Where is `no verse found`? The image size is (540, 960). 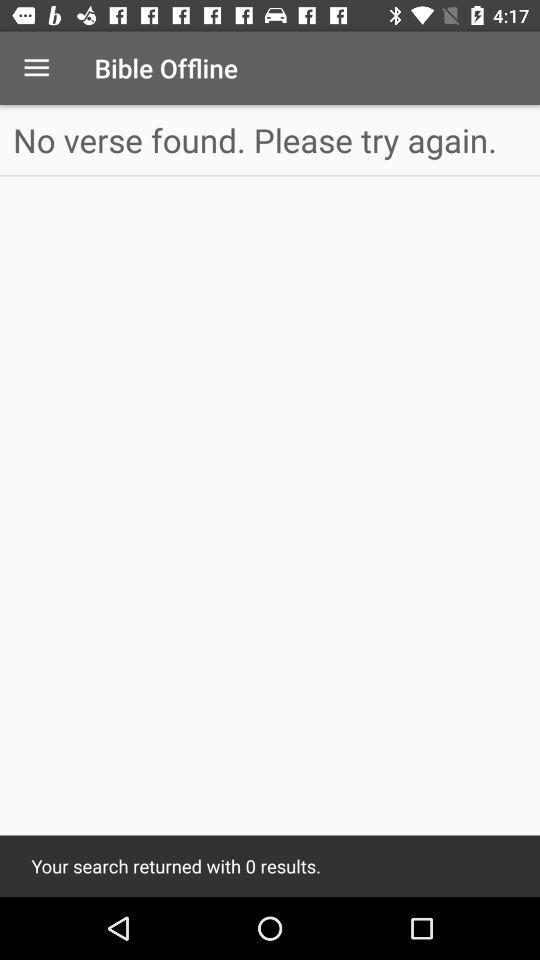
no verse found is located at coordinates (270, 139).